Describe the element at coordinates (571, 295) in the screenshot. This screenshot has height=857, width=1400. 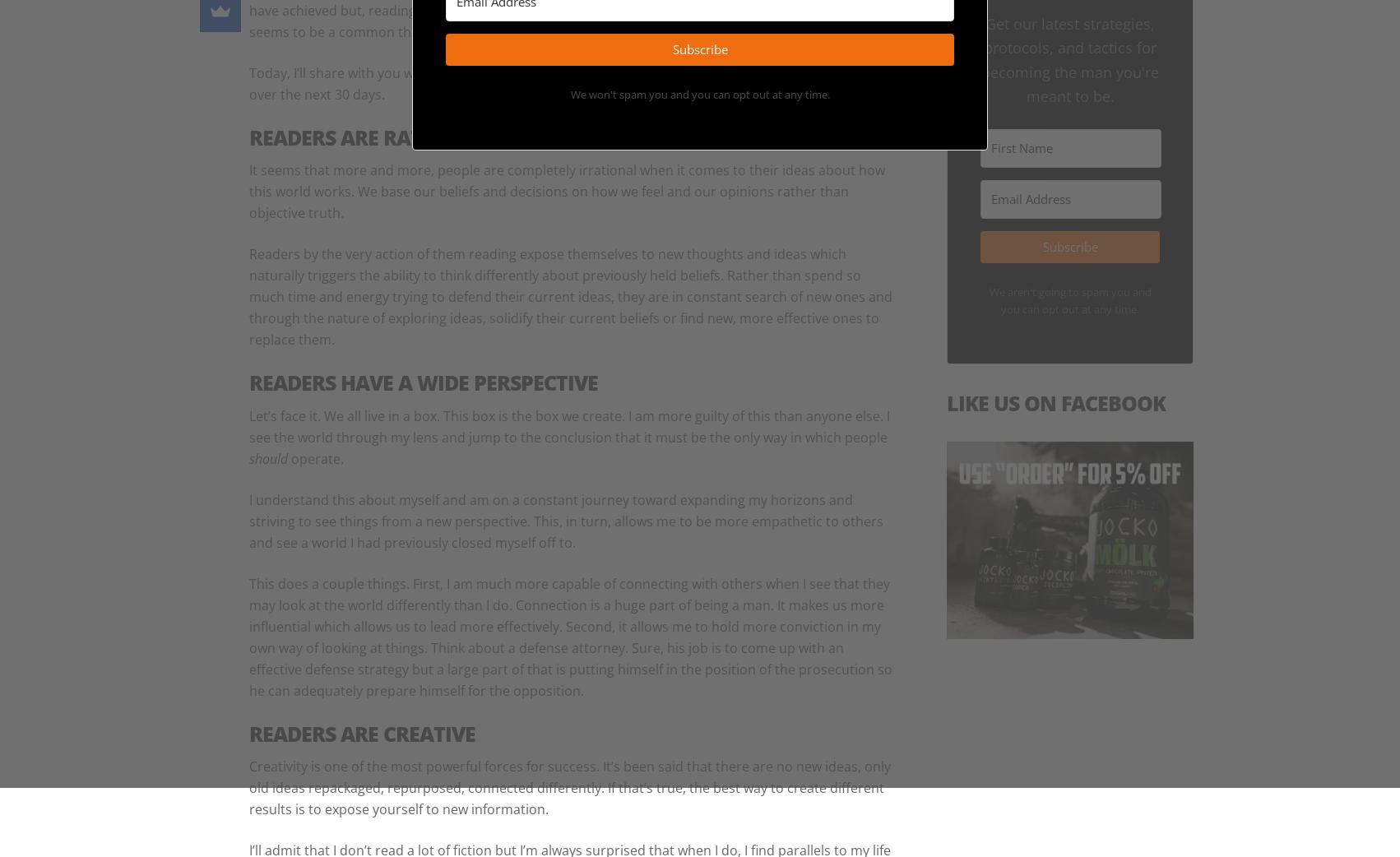
I see `'Readers by the very action of them reading expose themselves to new thoughts and ideas which naturally triggers the ability to think differently about previously held beliefs. Rather than spend so much time and energy trying to defend their current ideas, they are in constant search of new ones and through the nature of exploring ideas, solidify their current beliefs or find new, more effective ones to replace them.'` at that location.